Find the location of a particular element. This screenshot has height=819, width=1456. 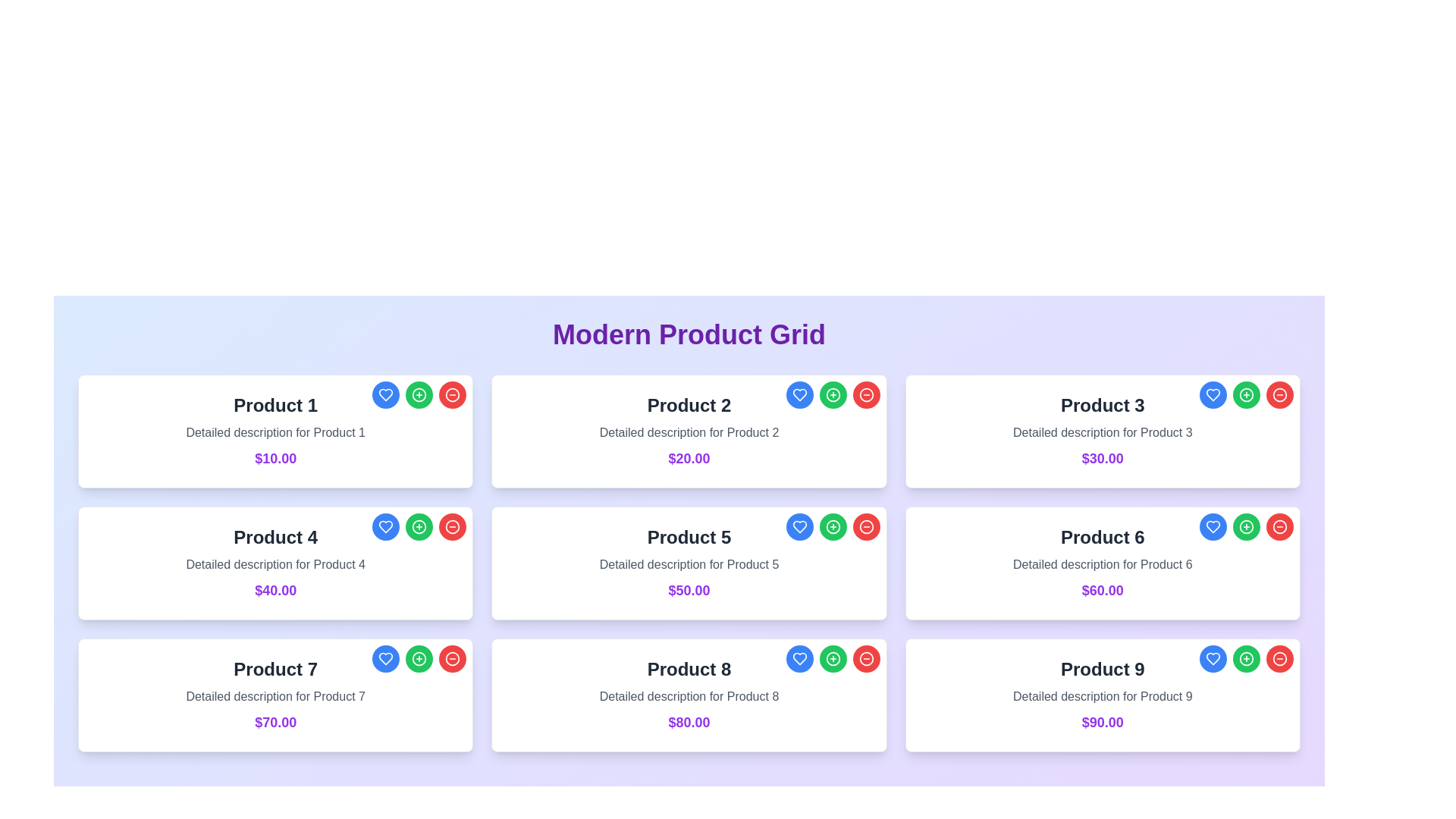

price value displayed in the bold purple font as '$60.00' located in the product card for 'Product 6' at the bottom underneath the product description is located at coordinates (1103, 590).